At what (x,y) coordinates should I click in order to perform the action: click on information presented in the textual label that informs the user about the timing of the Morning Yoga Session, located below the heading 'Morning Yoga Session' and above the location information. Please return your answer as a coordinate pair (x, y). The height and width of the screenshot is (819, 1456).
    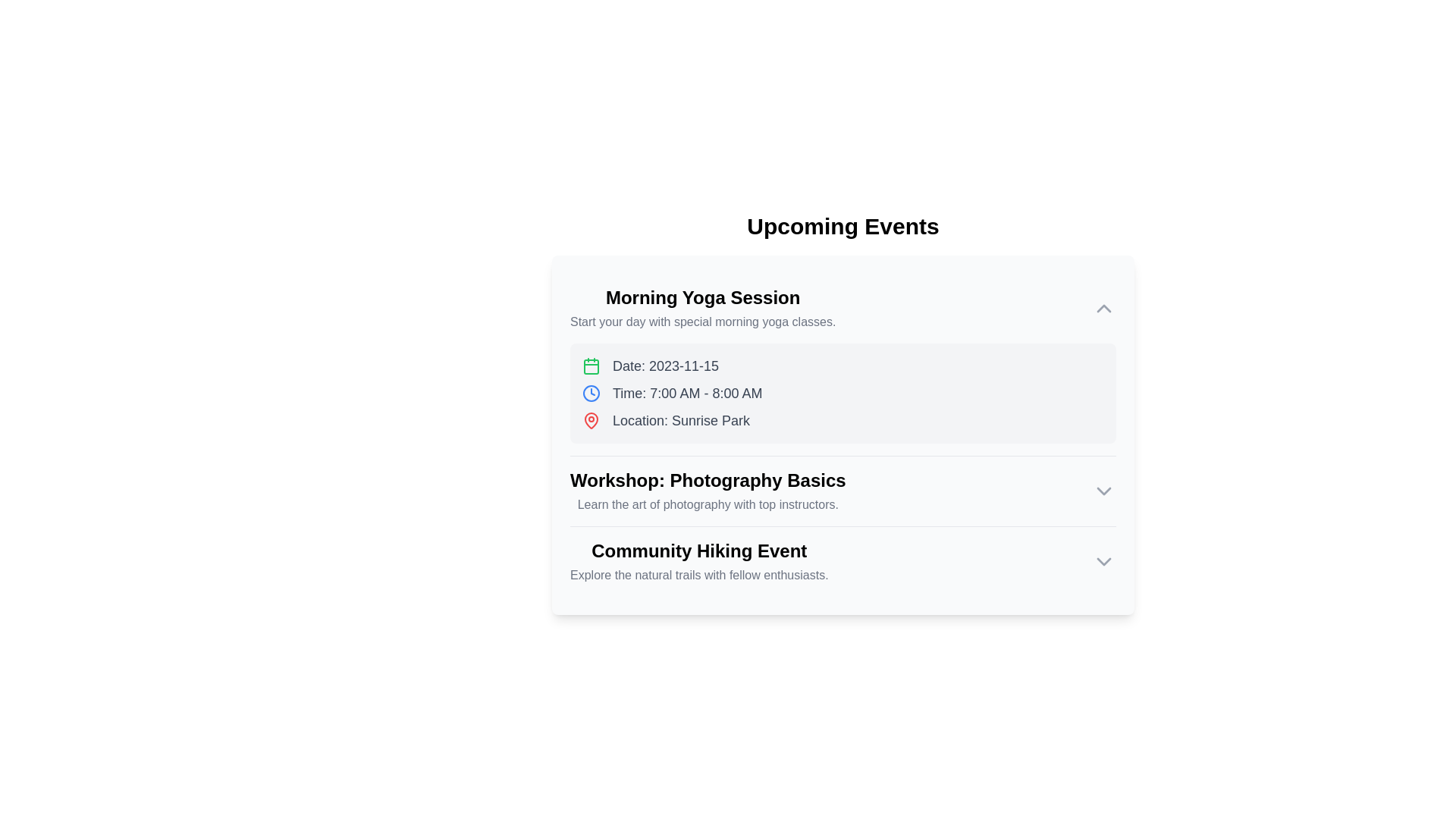
    Looking at the image, I should click on (686, 393).